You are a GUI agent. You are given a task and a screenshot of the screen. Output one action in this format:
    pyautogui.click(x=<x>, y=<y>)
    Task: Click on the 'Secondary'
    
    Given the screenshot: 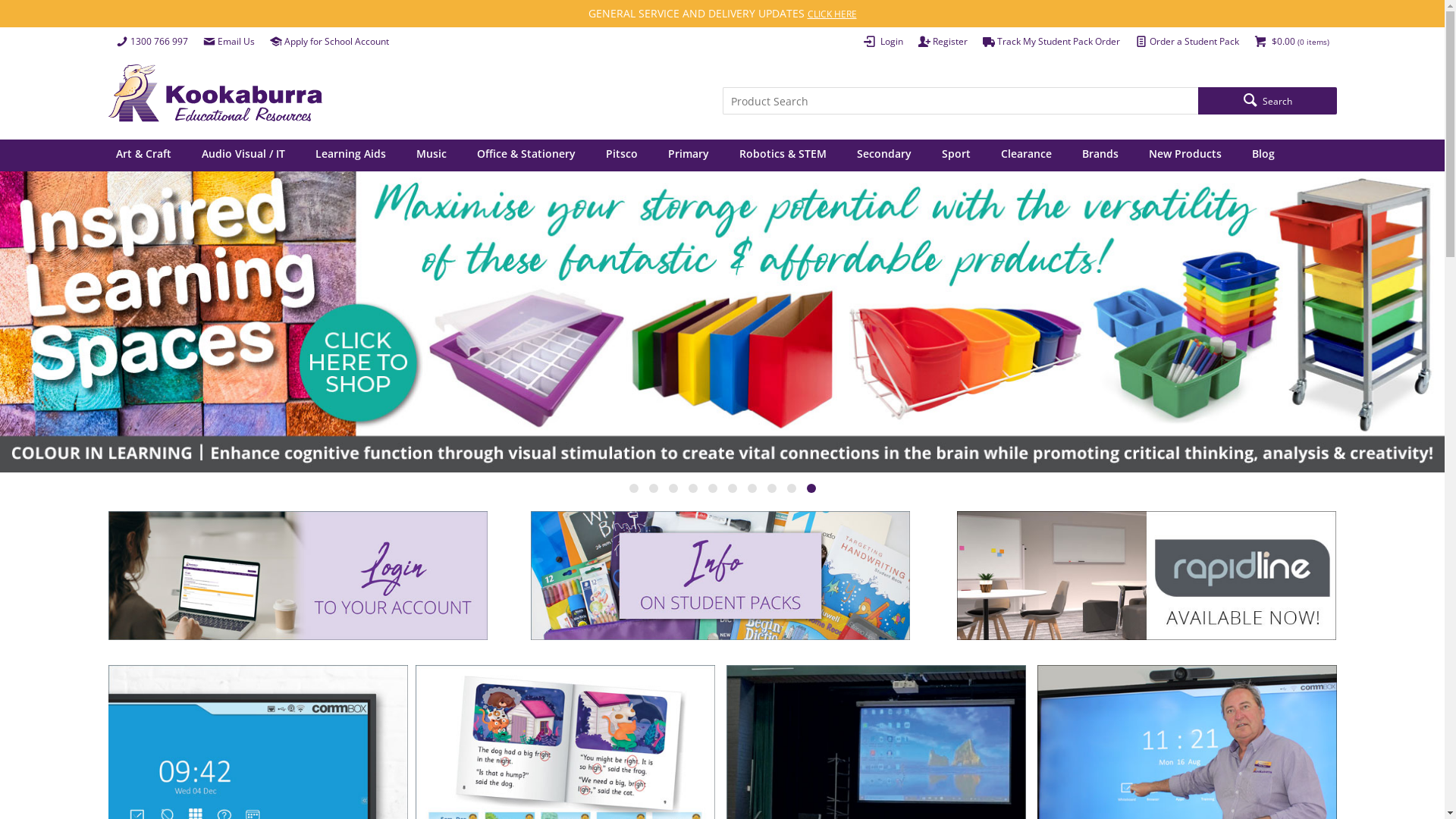 What is the action you would take?
    pyautogui.click(x=883, y=155)
    